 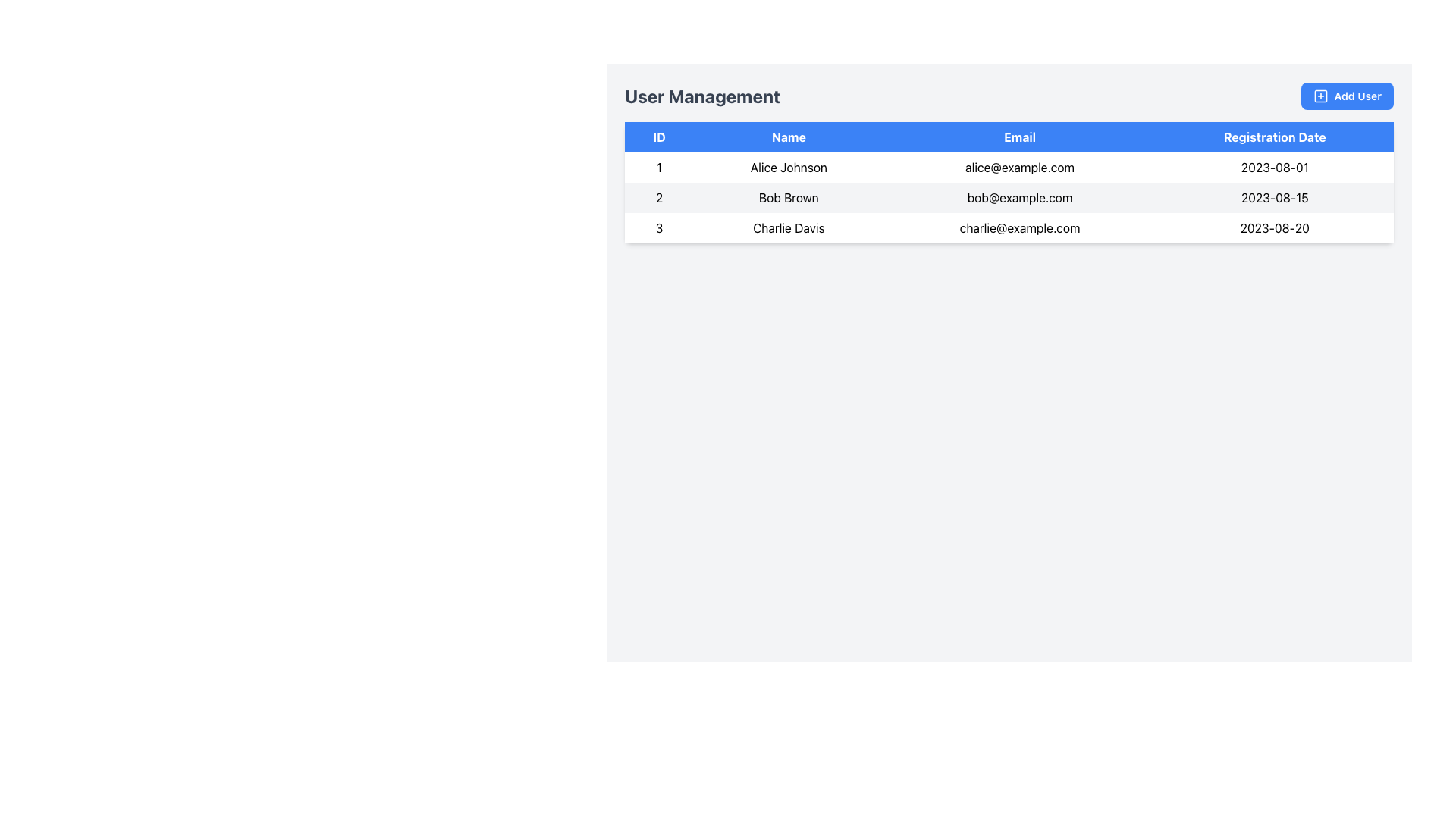 What do you see at coordinates (659, 227) in the screenshot?
I see `the ID text in the third row of the table that identifies the row containing 'Charlie Davis'` at bounding box center [659, 227].